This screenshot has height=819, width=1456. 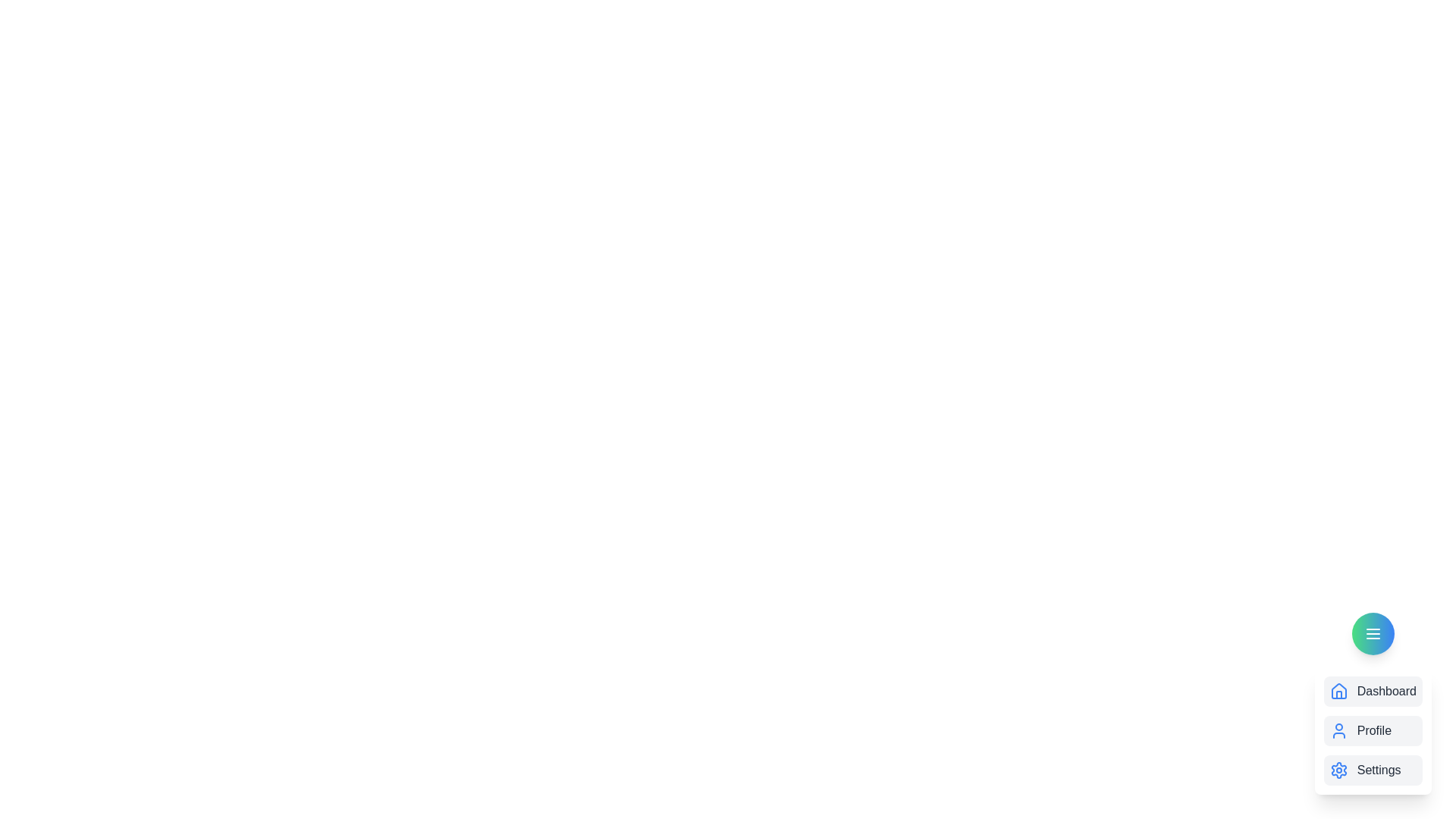 I want to click on the profile_item to observe the hover effect, so click(x=1373, y=730).